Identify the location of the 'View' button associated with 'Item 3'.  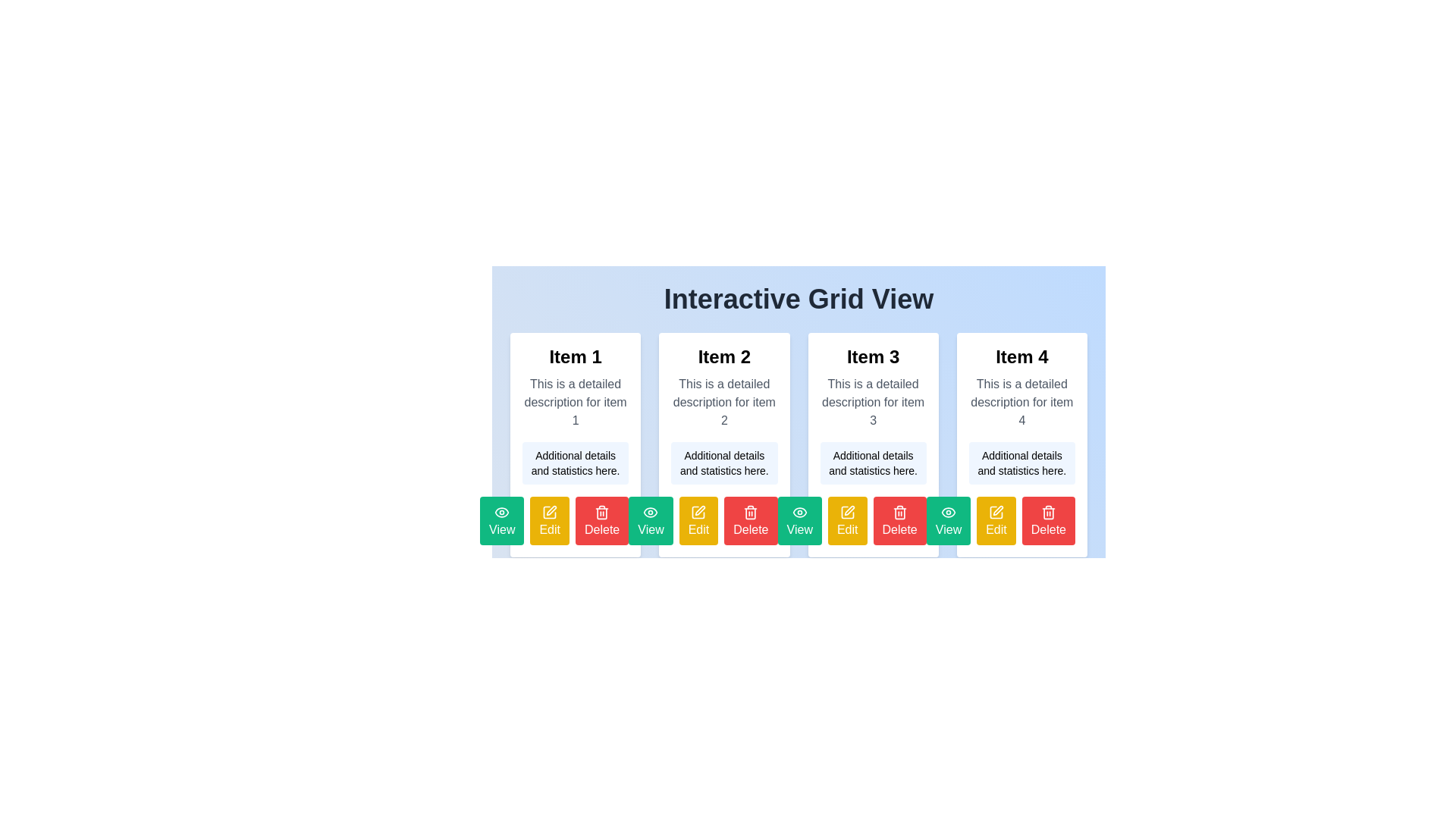
(948, 519).